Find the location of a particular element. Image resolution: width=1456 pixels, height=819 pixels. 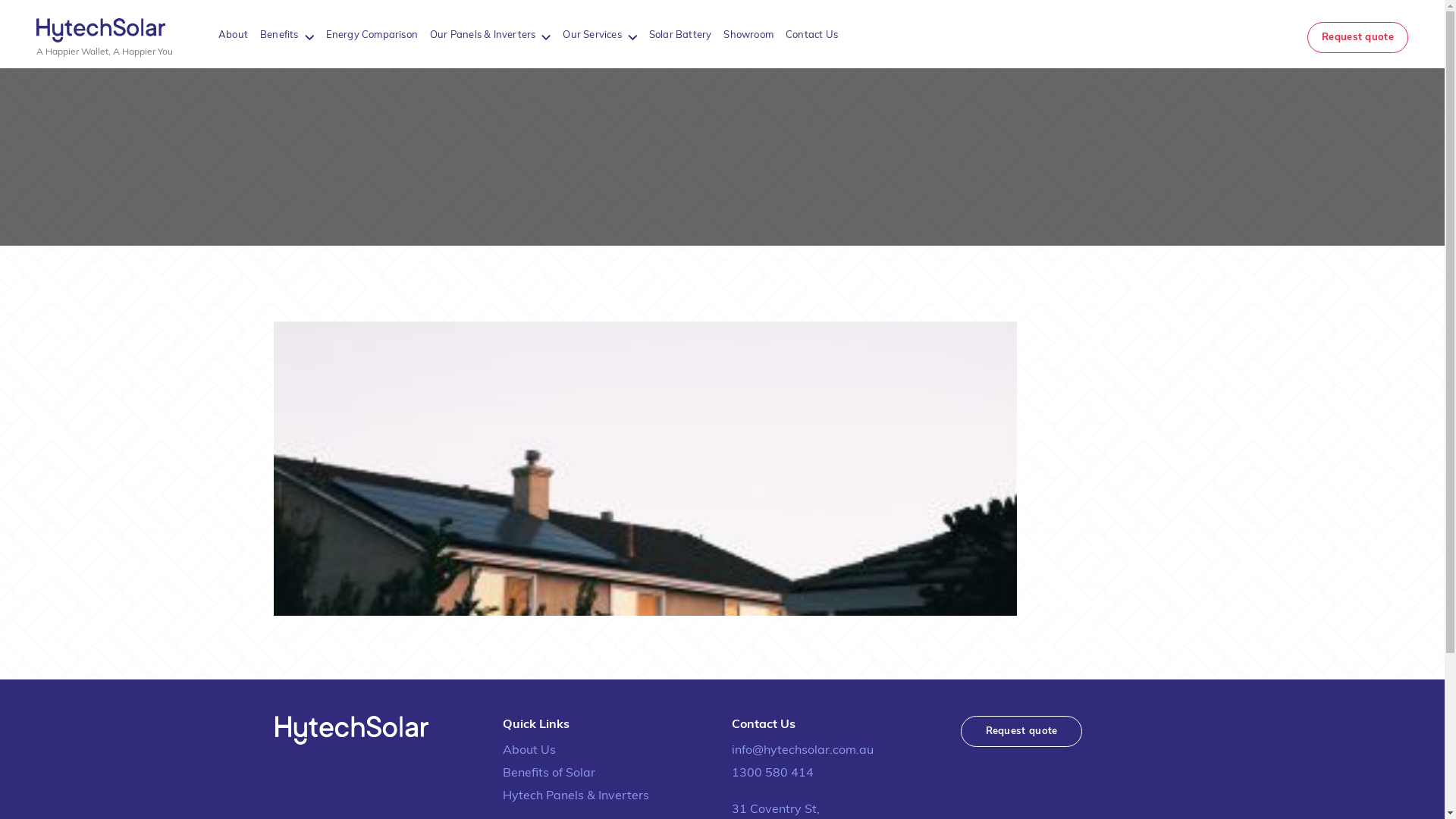

'About Us' is located at coordinates (607, 751).